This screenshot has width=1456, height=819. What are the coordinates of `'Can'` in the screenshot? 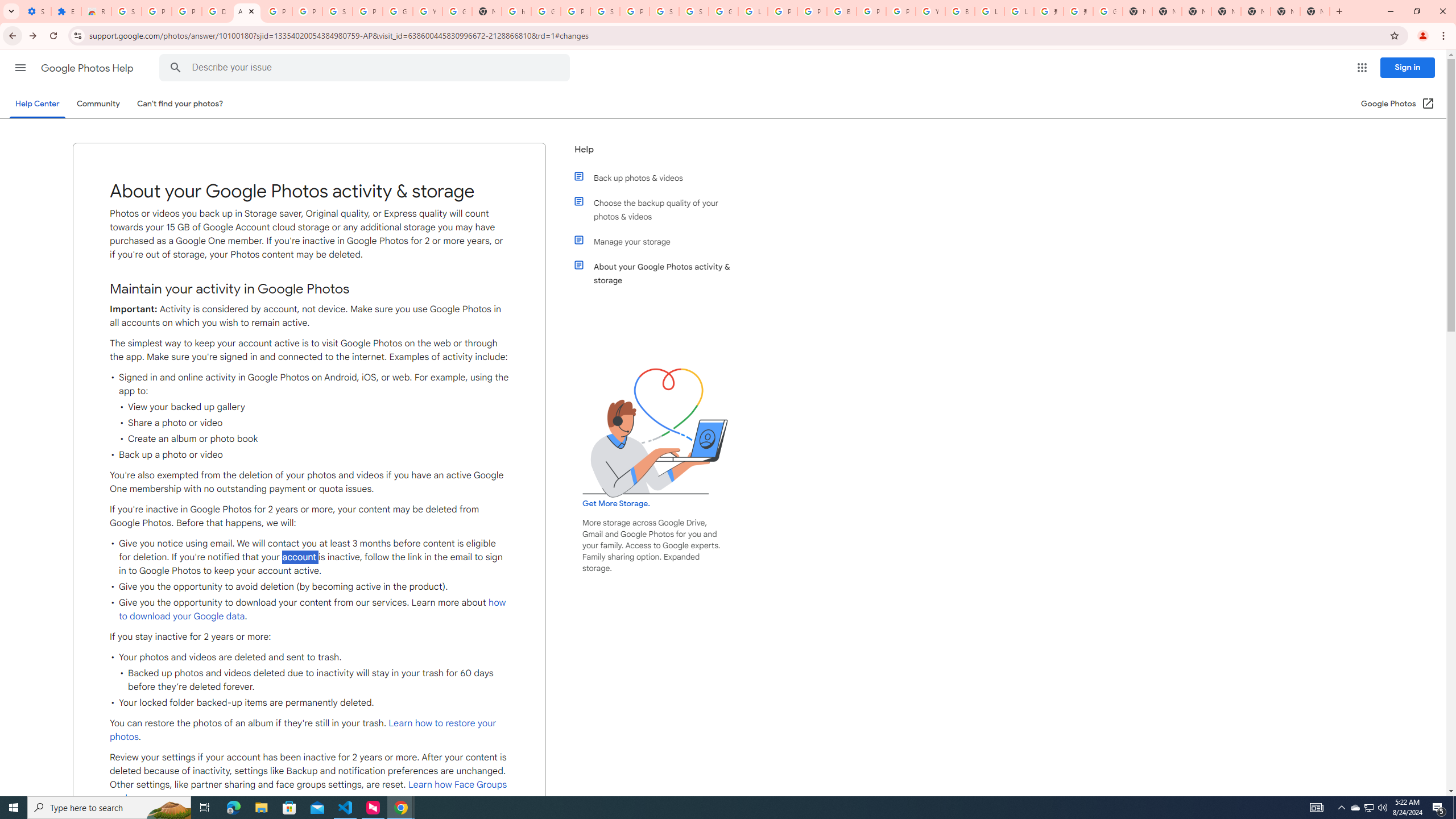 It's located at (180, 103).